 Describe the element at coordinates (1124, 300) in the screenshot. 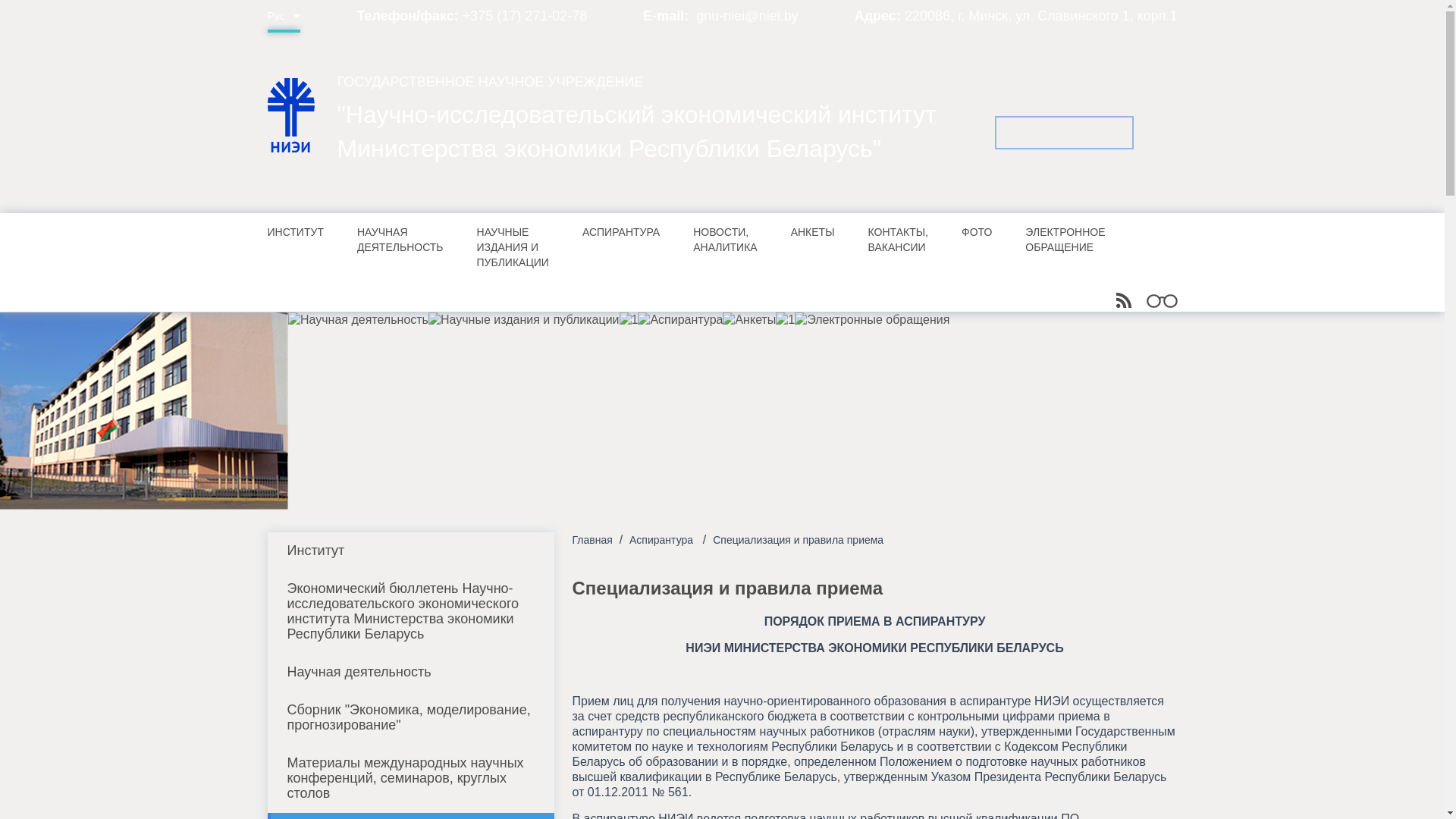

I see `'RSS'` at that location.